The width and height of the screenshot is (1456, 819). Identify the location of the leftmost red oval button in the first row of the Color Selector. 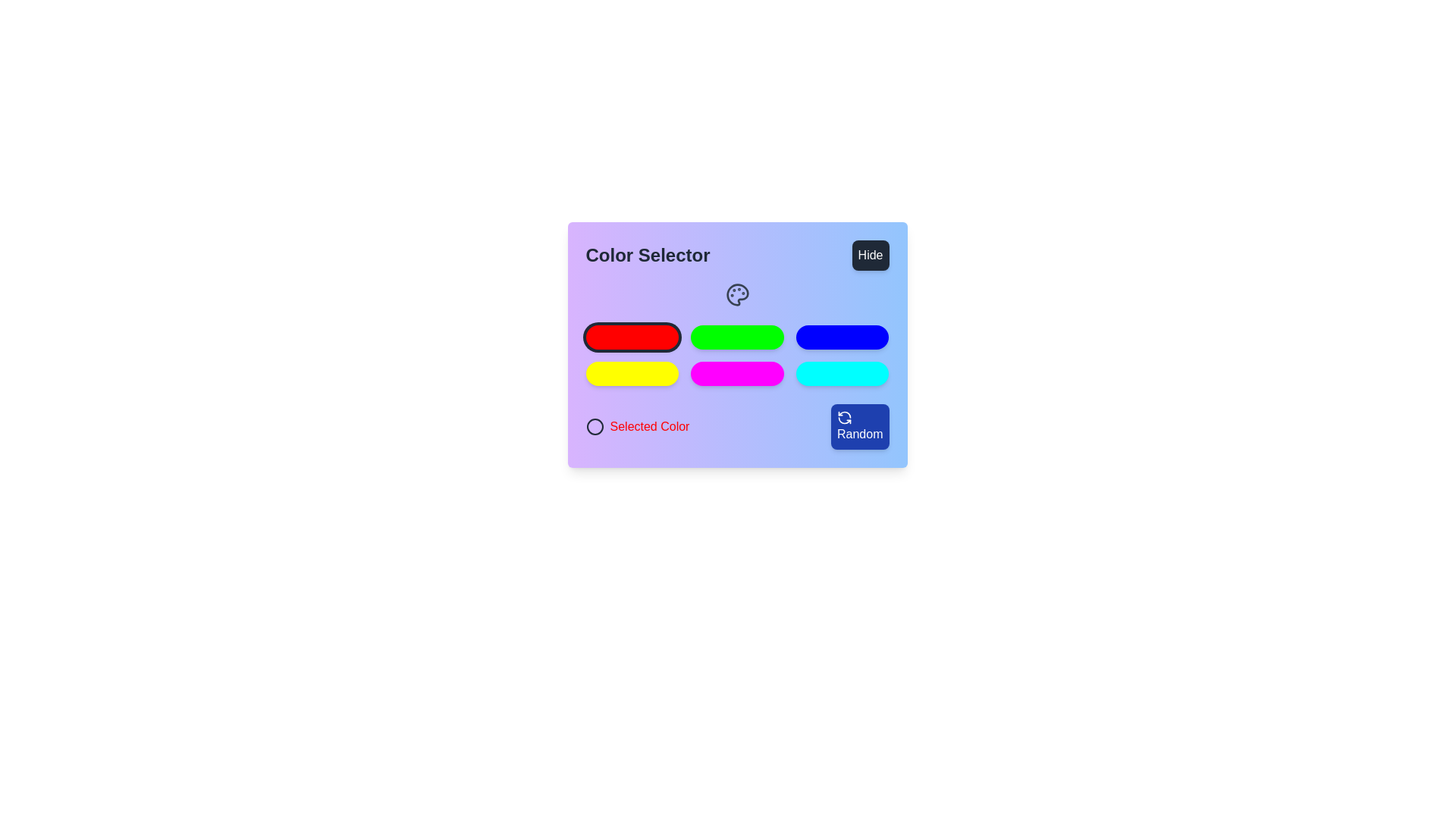
(632, 336).